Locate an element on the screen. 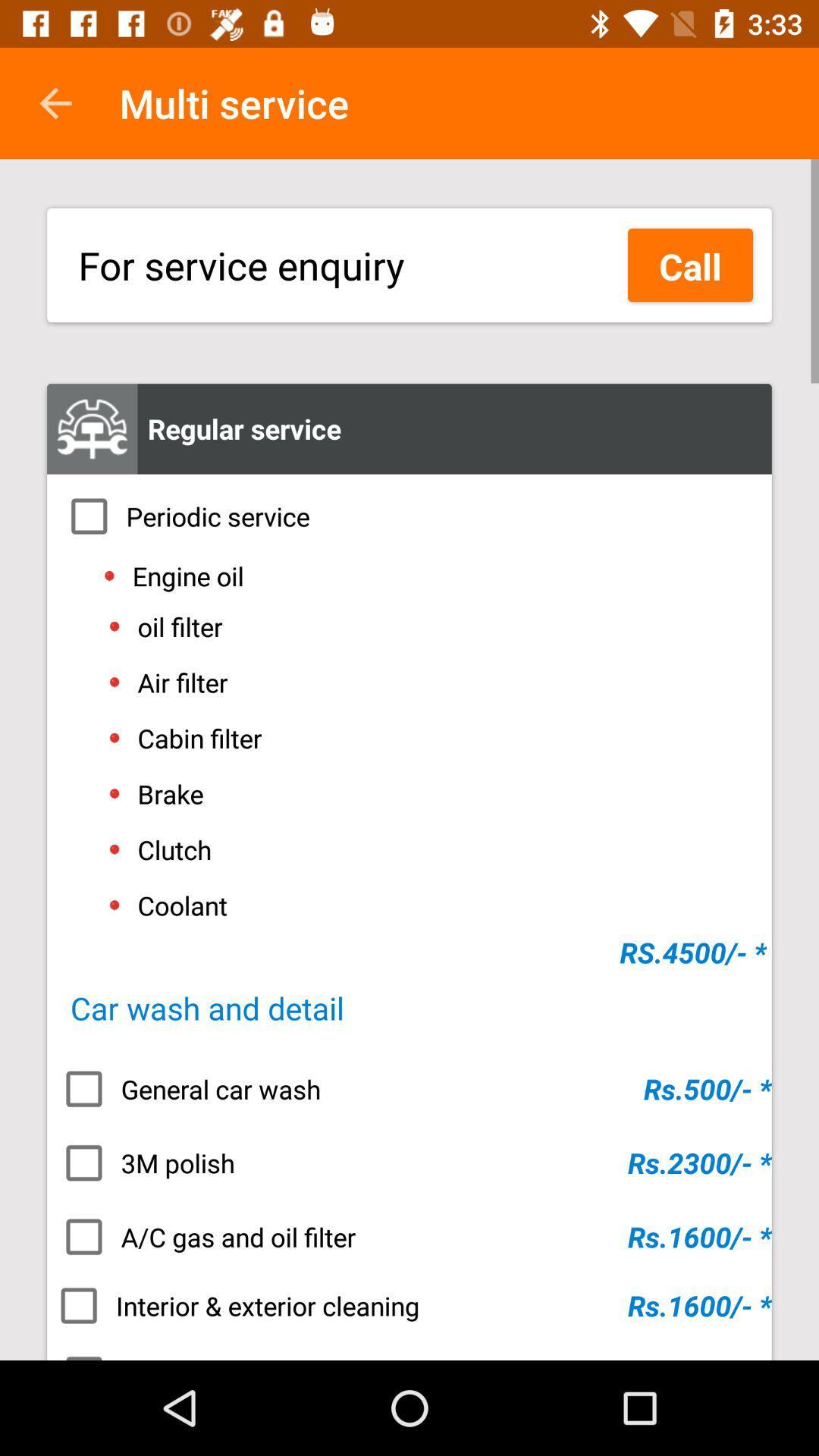 Image resolution: width=819 pixels, height=1456 pixels. interior & exterior cleaning item is located at coordinates (409, 1305).